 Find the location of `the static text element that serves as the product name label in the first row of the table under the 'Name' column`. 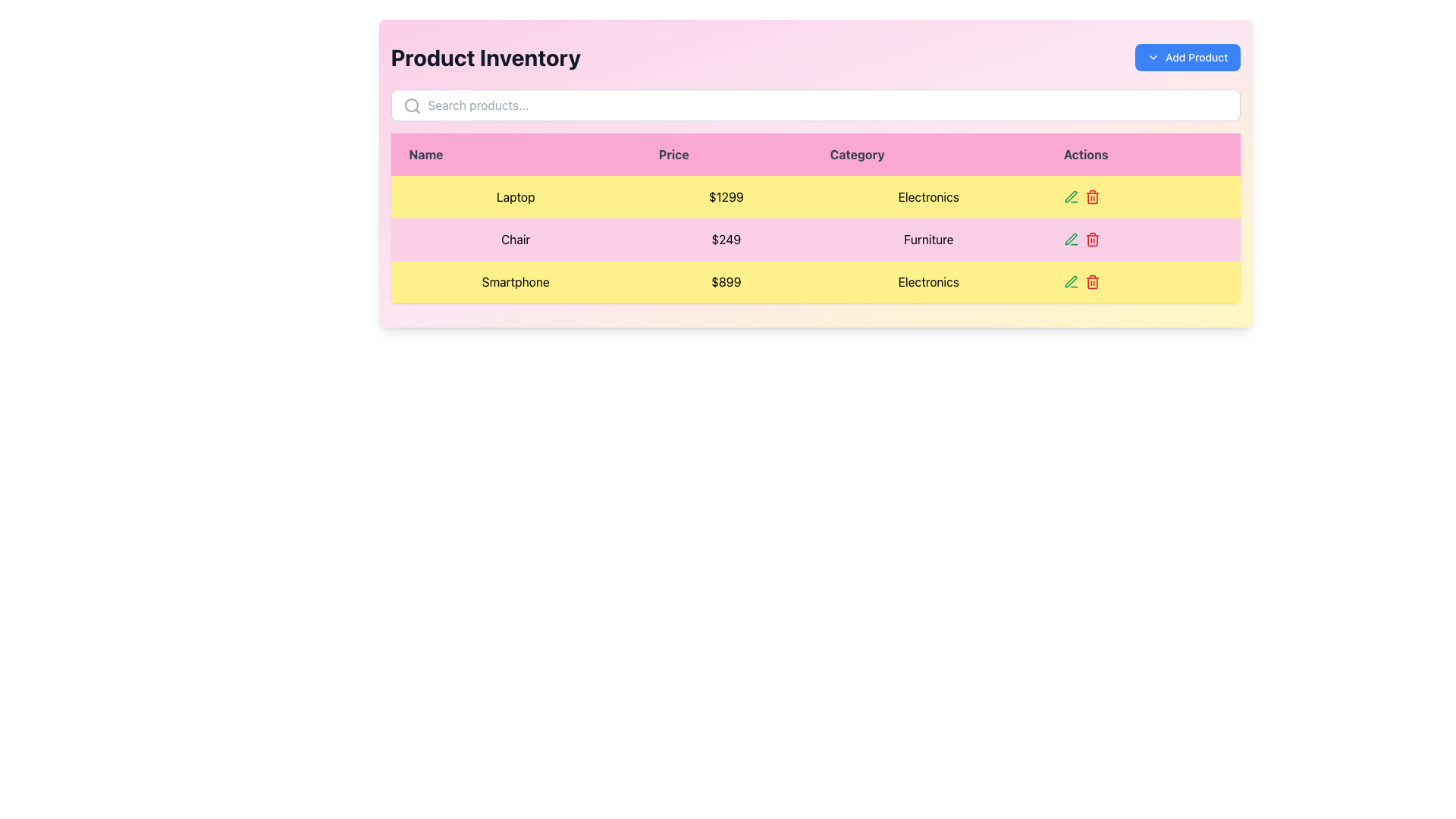

the static text element that serves as the product name label in the first row of the table under the 'Name' column is located at coordinates (516, 196).